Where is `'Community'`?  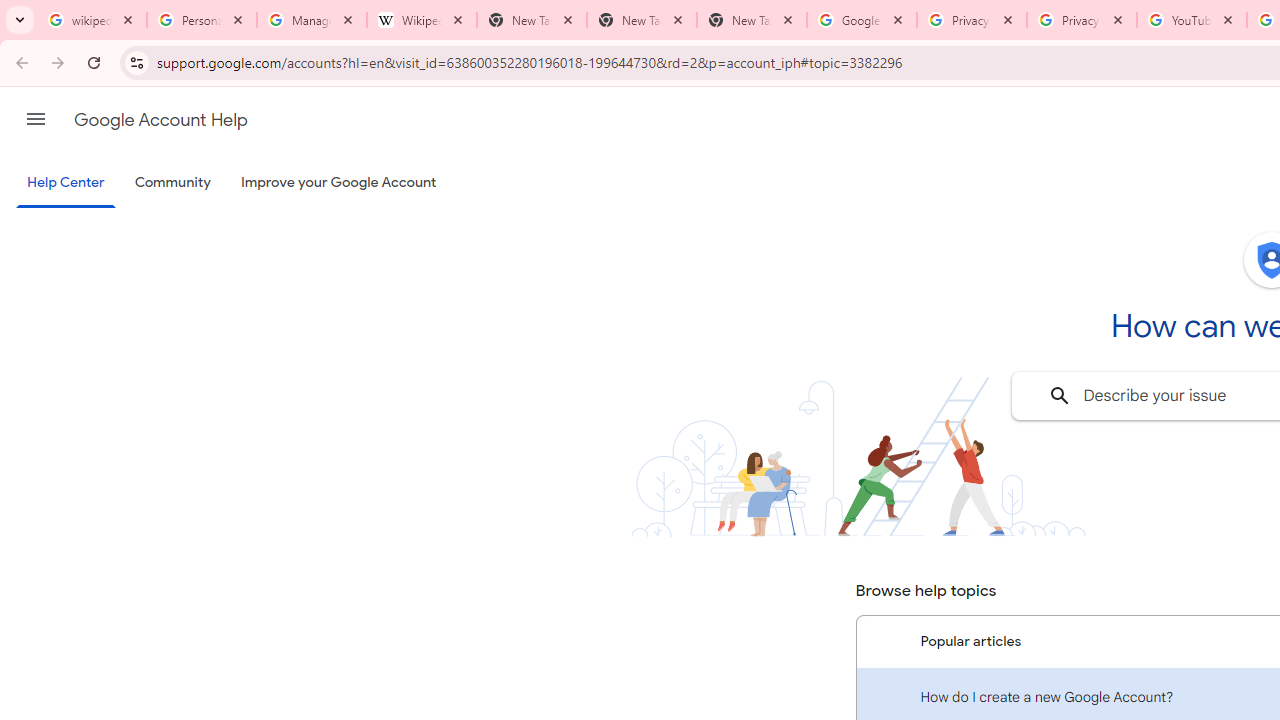 'Community' is located at coordinates (172, 183).